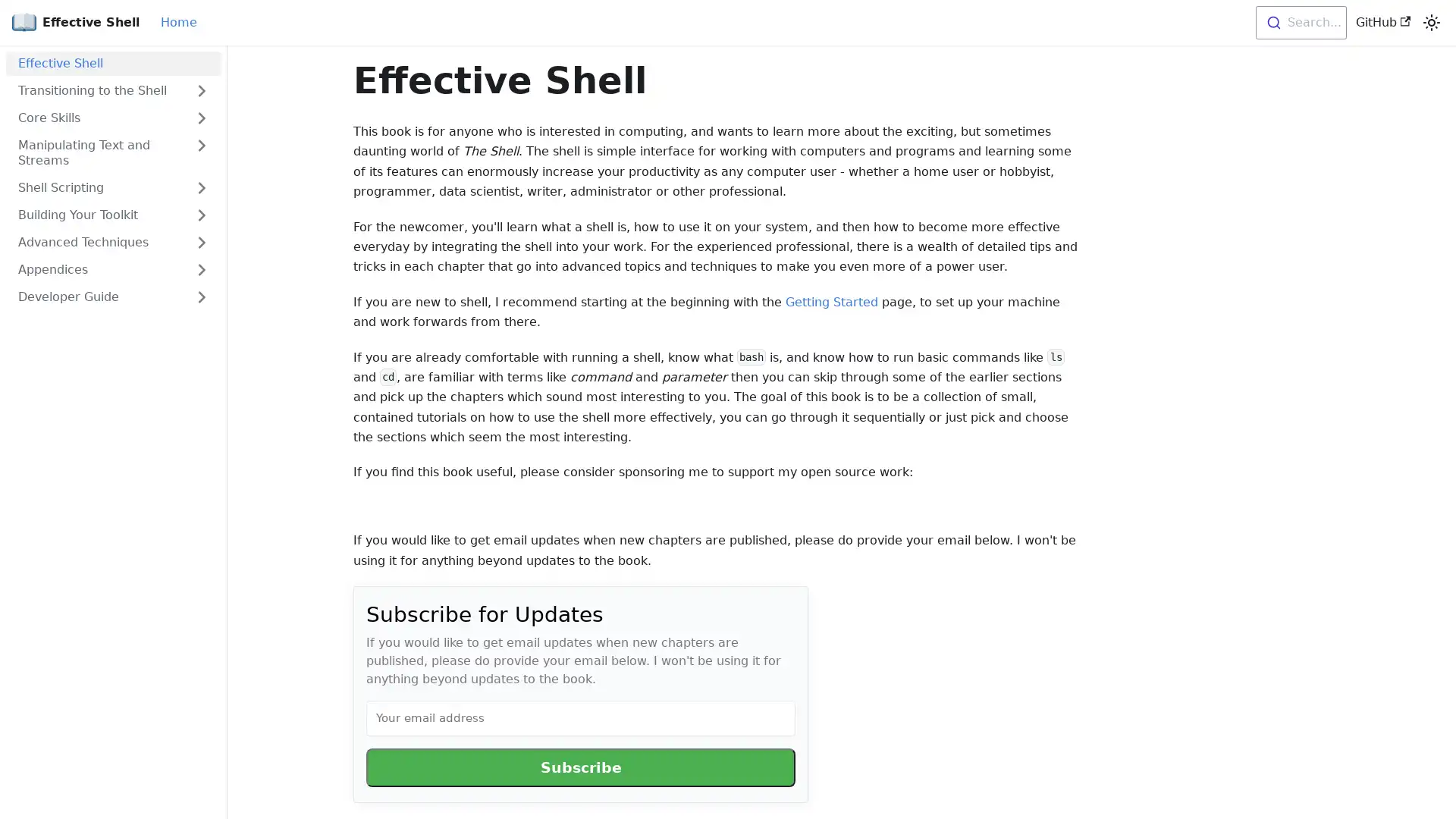 The image size is (1456, 819). Describe the element at coordinates (200, 242) in the screenshot. I see `Toggle the collapsible sidebar category 'Advanced Techniques'` at that location.